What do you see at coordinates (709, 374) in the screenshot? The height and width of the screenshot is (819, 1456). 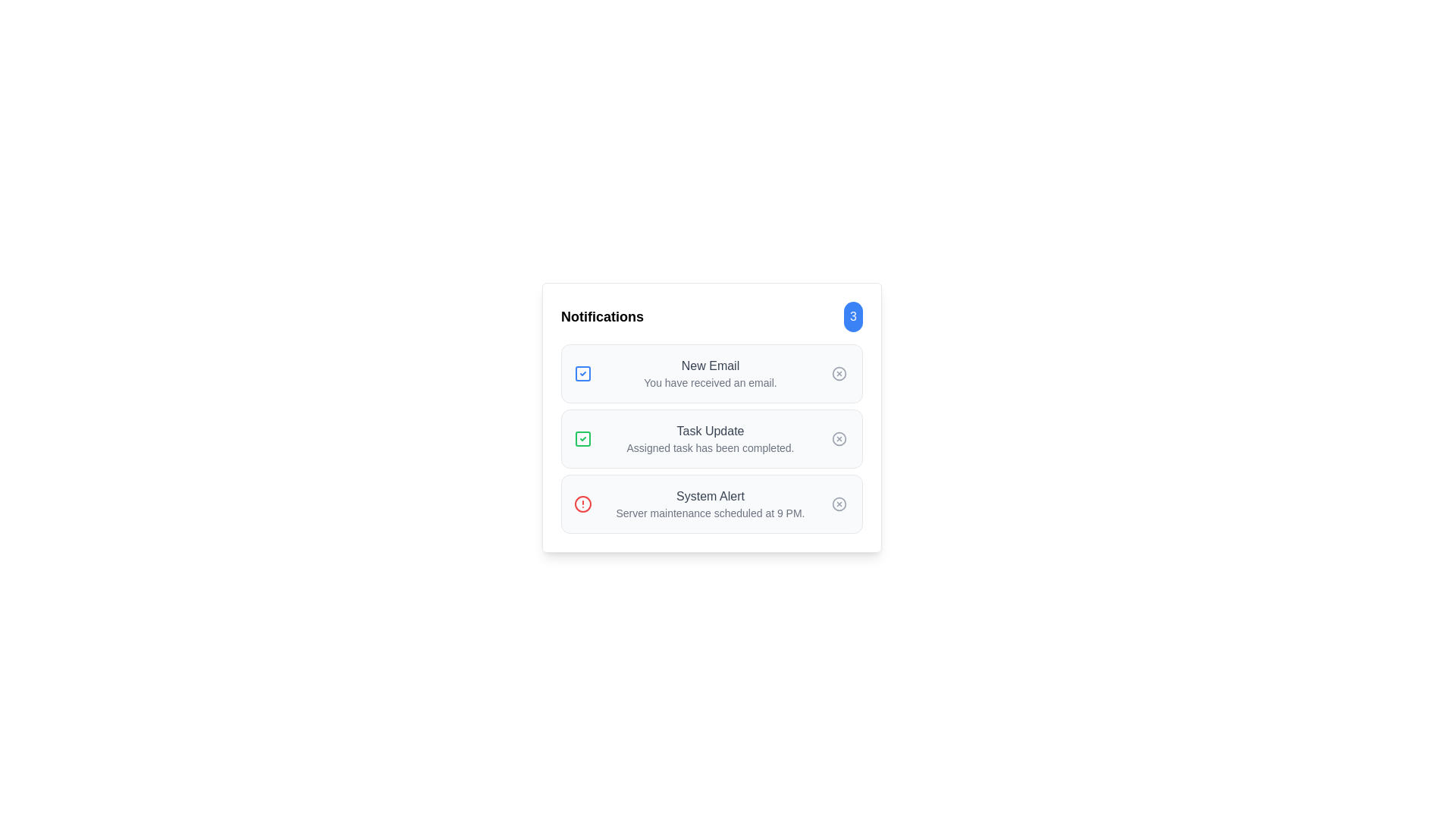 I see `information displayed in the notification summary text block, which informs the user about a new email` at bounding box center [709, 374].